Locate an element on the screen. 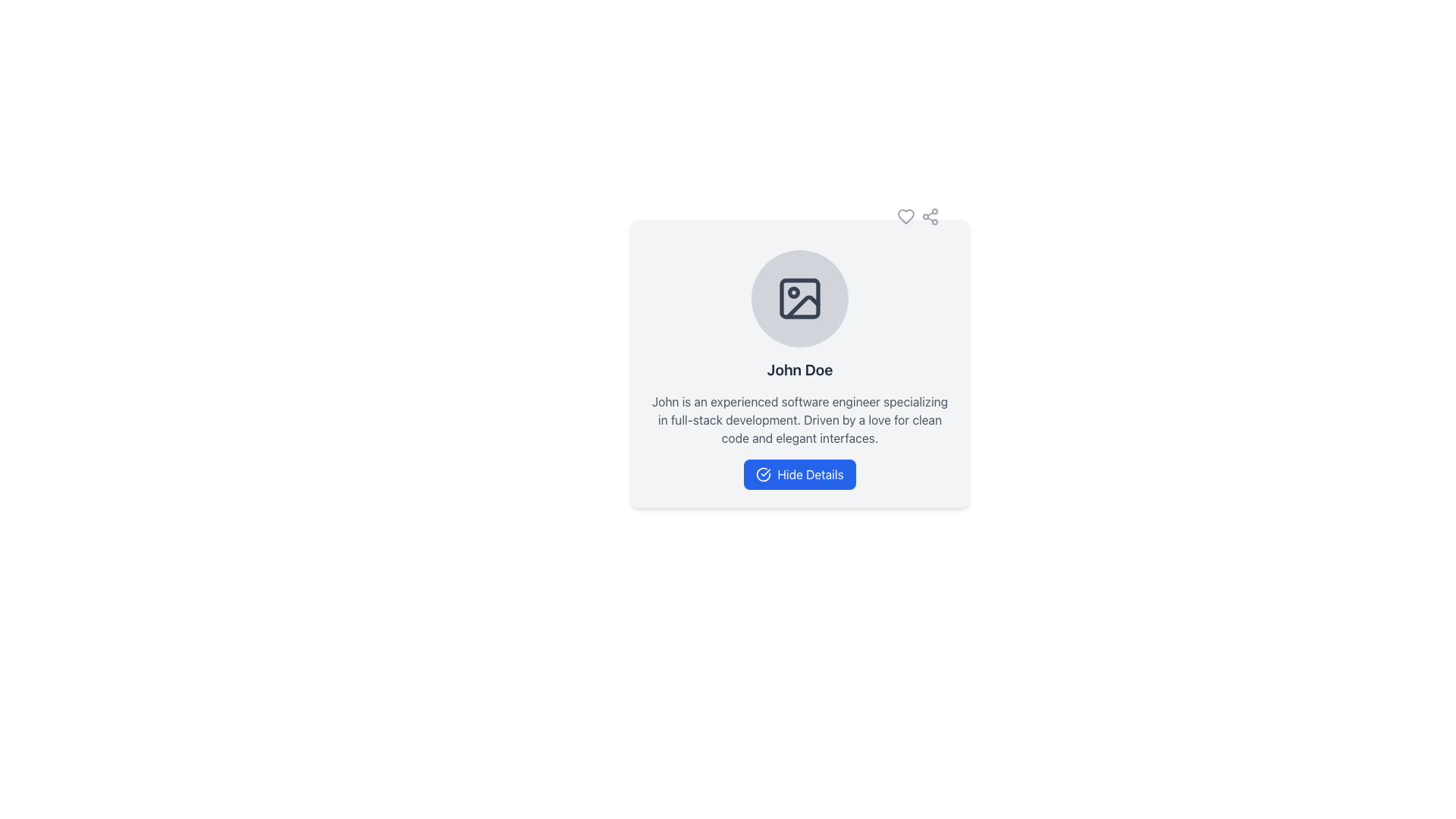  the text block that describes John Doe's expertise in software engineering and full-stack development, which is centered beneath the heading 'John Doe' and above the 'Hide Details' button is located at coordinates (799, 420).